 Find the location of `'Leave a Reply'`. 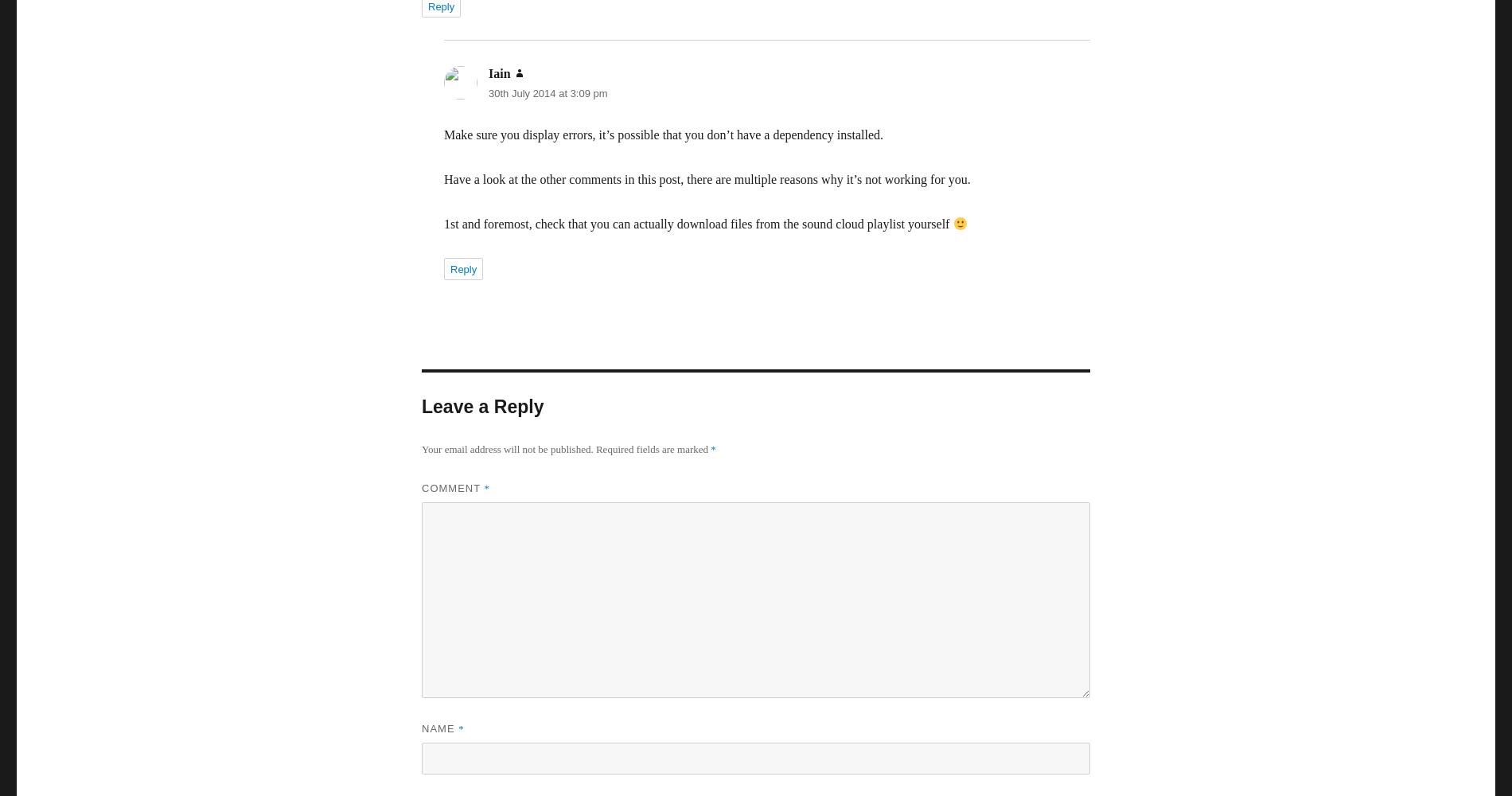

'Leave a Reply' is located at coordinates (482, 407).